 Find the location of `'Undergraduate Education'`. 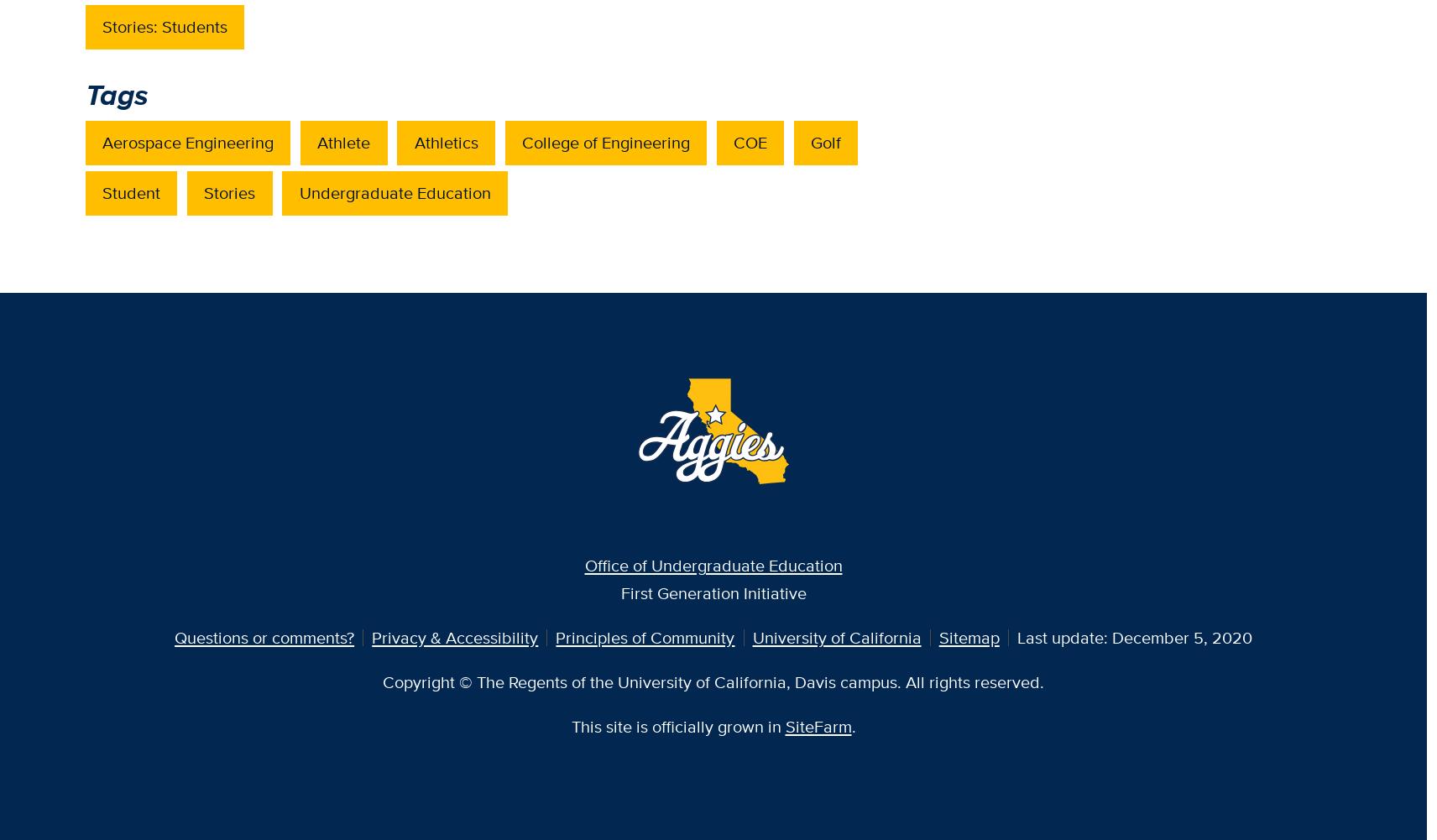

'Undergraduate Education' is located at coordinates (298, 190).